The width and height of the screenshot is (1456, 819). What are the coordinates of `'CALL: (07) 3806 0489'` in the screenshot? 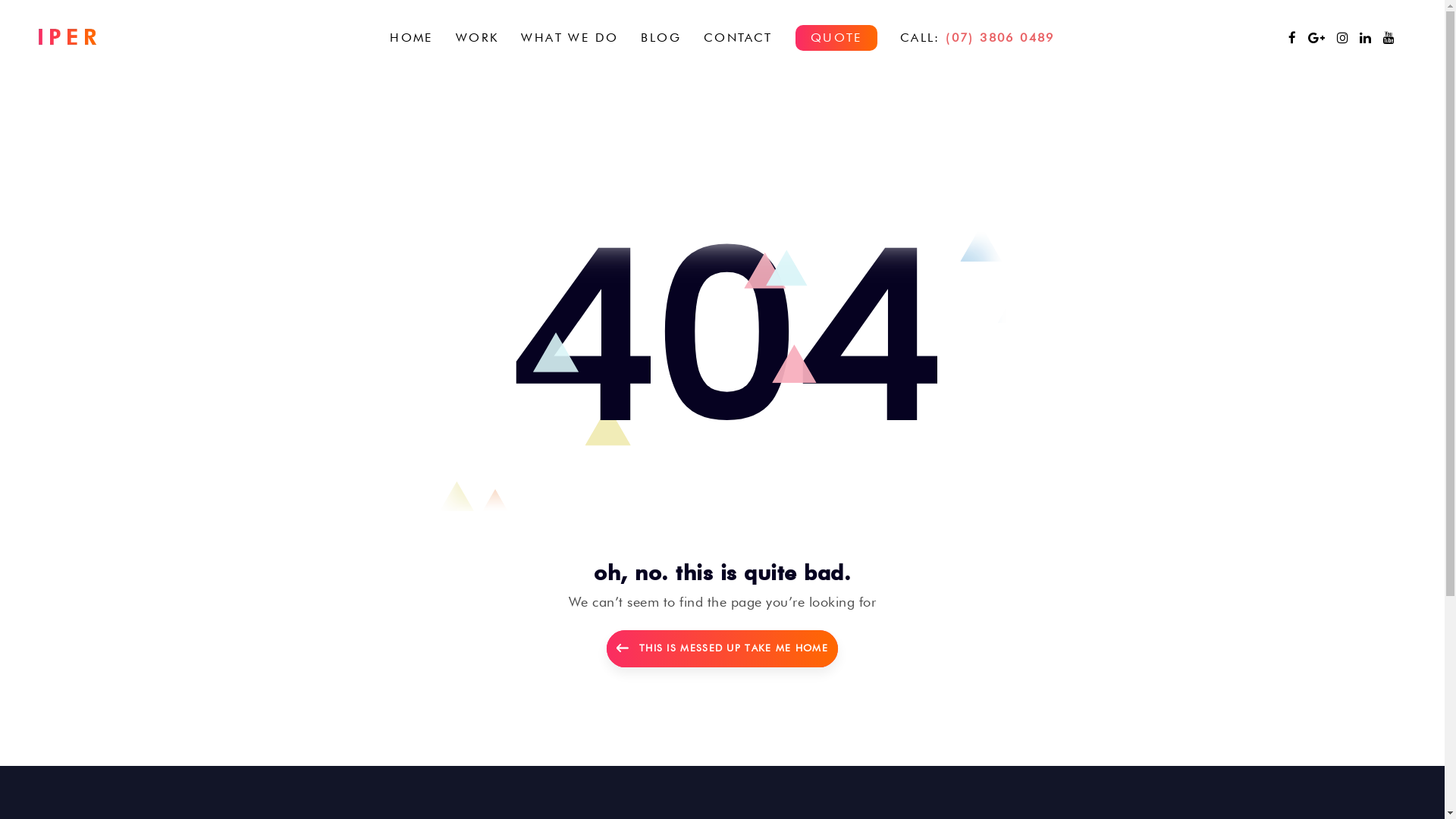 It's located at (977, 36).